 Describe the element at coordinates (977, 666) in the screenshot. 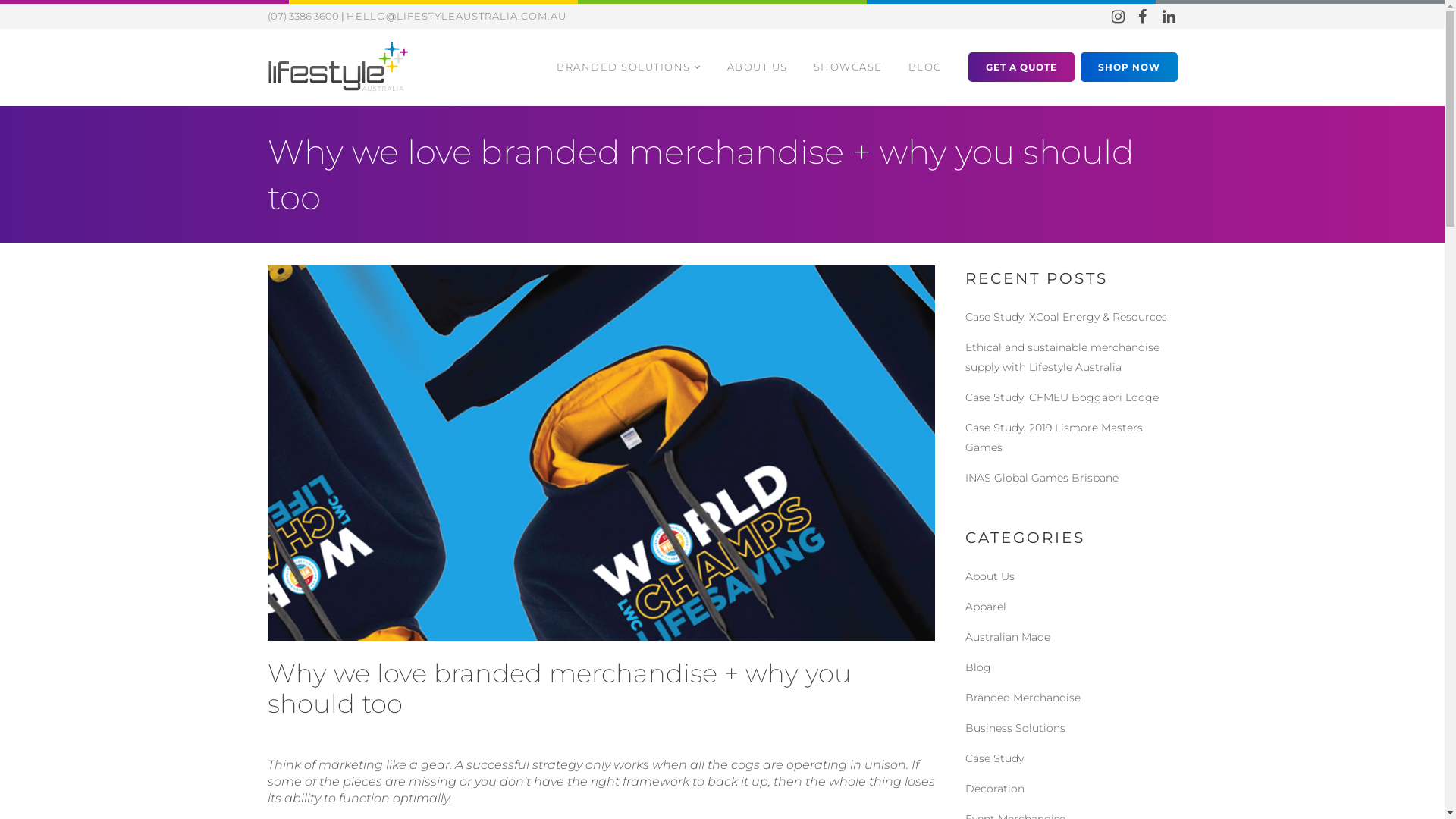

I see `'Blog'` at that location.